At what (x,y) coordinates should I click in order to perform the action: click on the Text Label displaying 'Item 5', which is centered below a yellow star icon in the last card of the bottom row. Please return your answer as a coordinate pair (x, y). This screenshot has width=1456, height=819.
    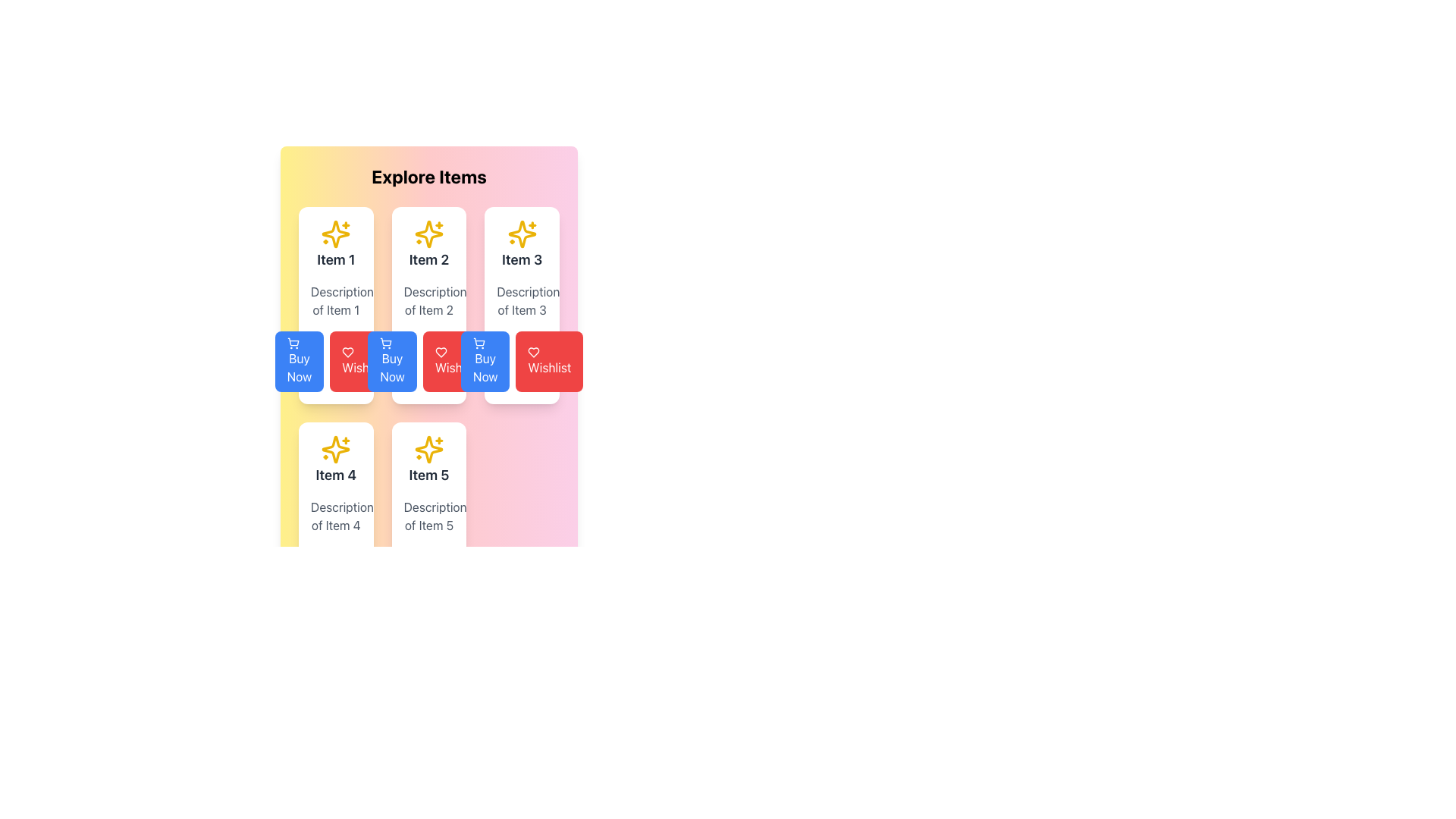
    Looking at the image, I should click on (428, 459).